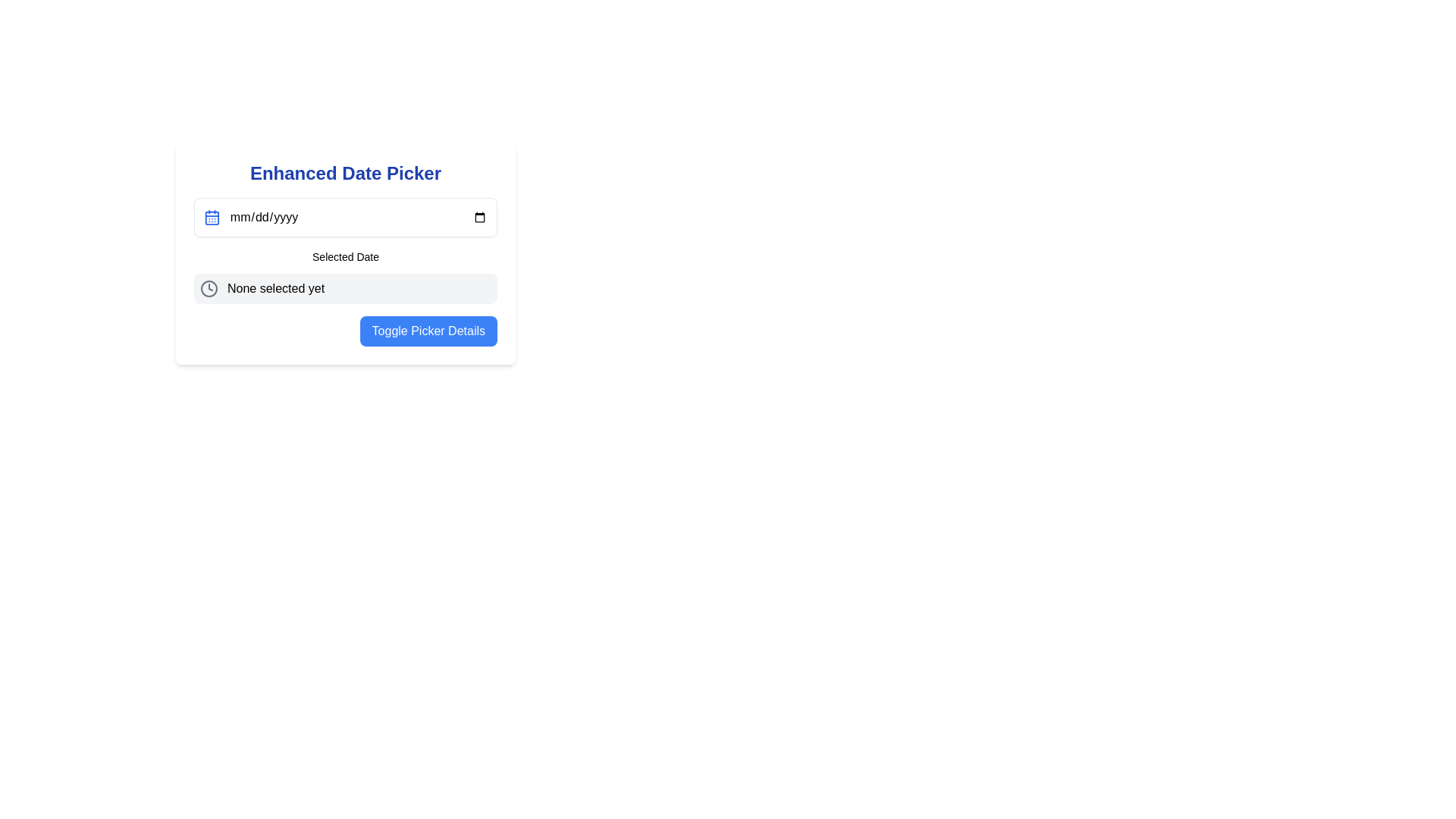 Image resolution: width=1456 pixels, height=819 pixels. What do you see at coordinates (276, 289) in the screenshot?
I see `the Text Label displaying 'None selected yet', which is positioned to the right of a clock icon` at bounding box center [276, 289].